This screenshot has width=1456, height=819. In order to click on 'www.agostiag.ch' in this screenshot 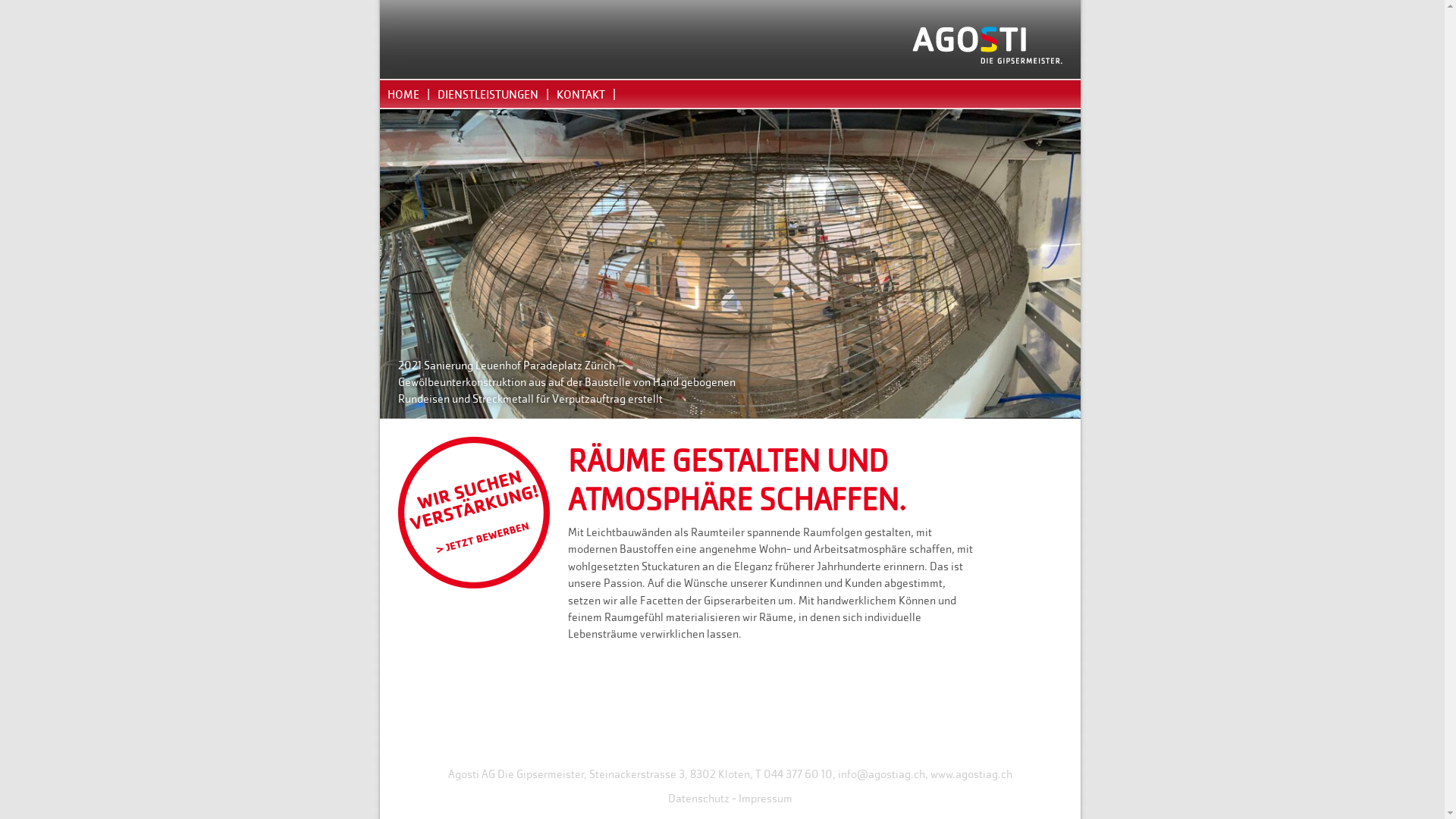, I will do `click(971, 773)`.